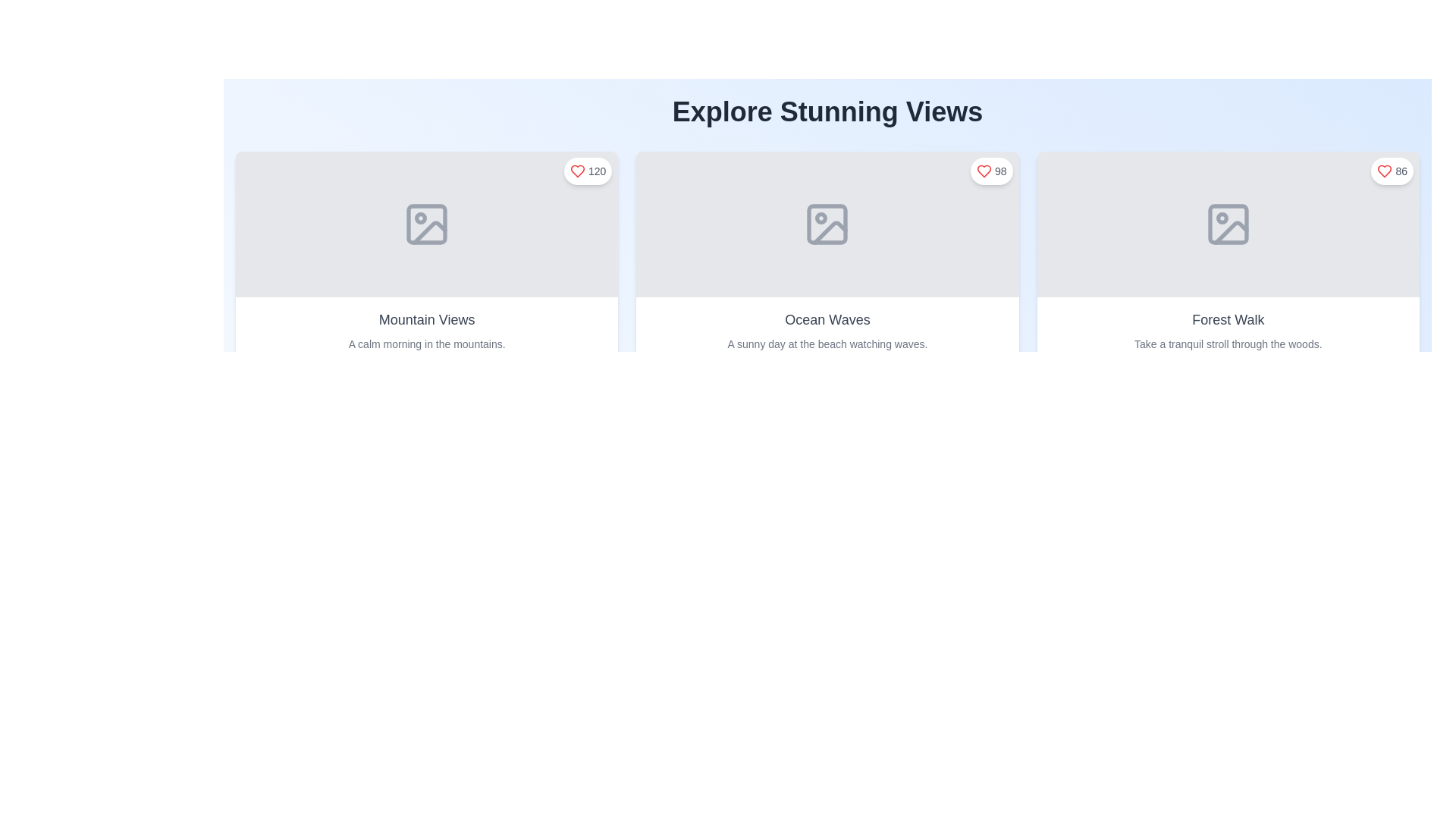  I want to click on the text block titled 'Mountain Views' which contains descriptive text about a calm morning in the mountains, so click(426, 329).